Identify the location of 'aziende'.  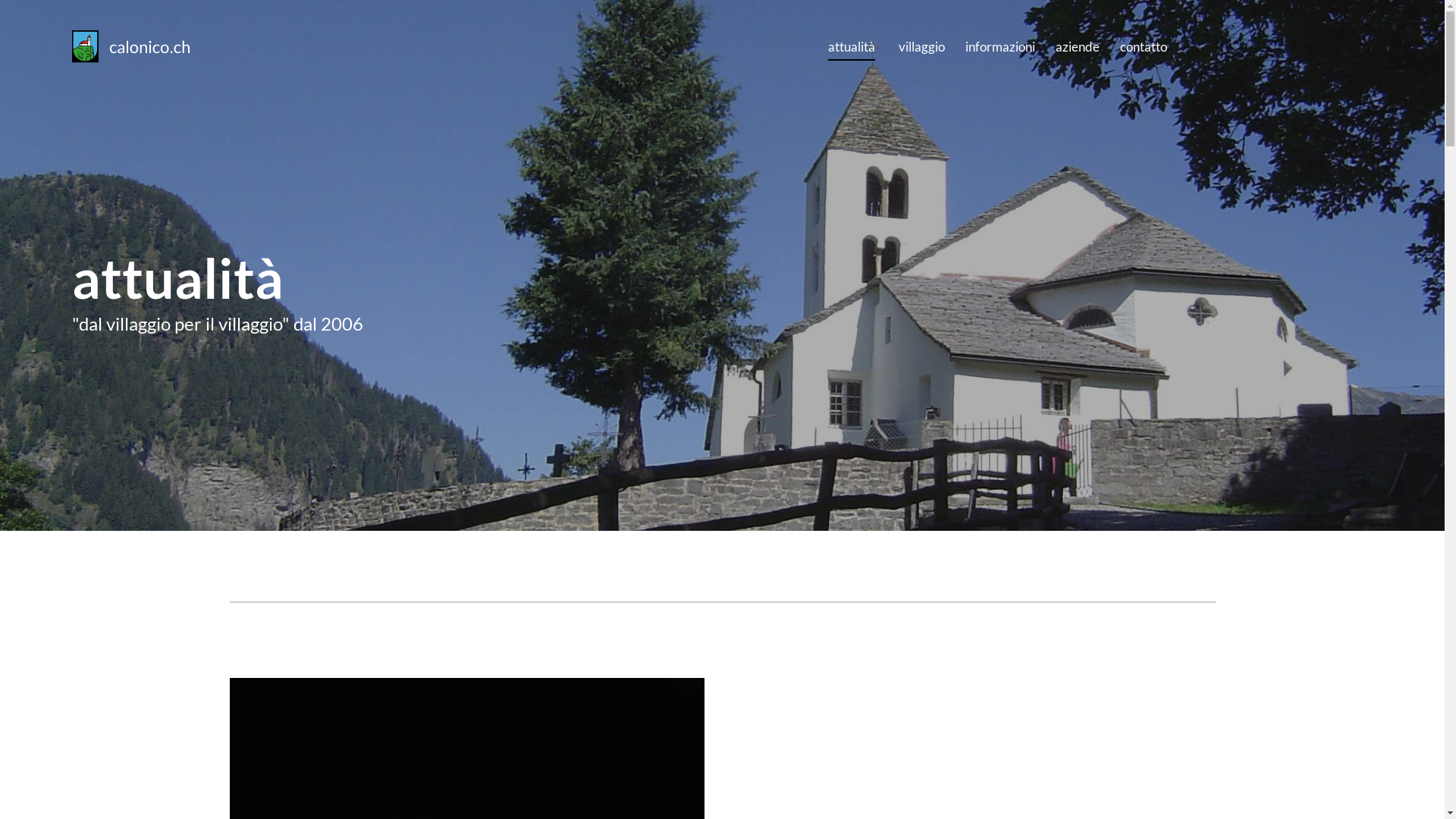
(1076, 45).